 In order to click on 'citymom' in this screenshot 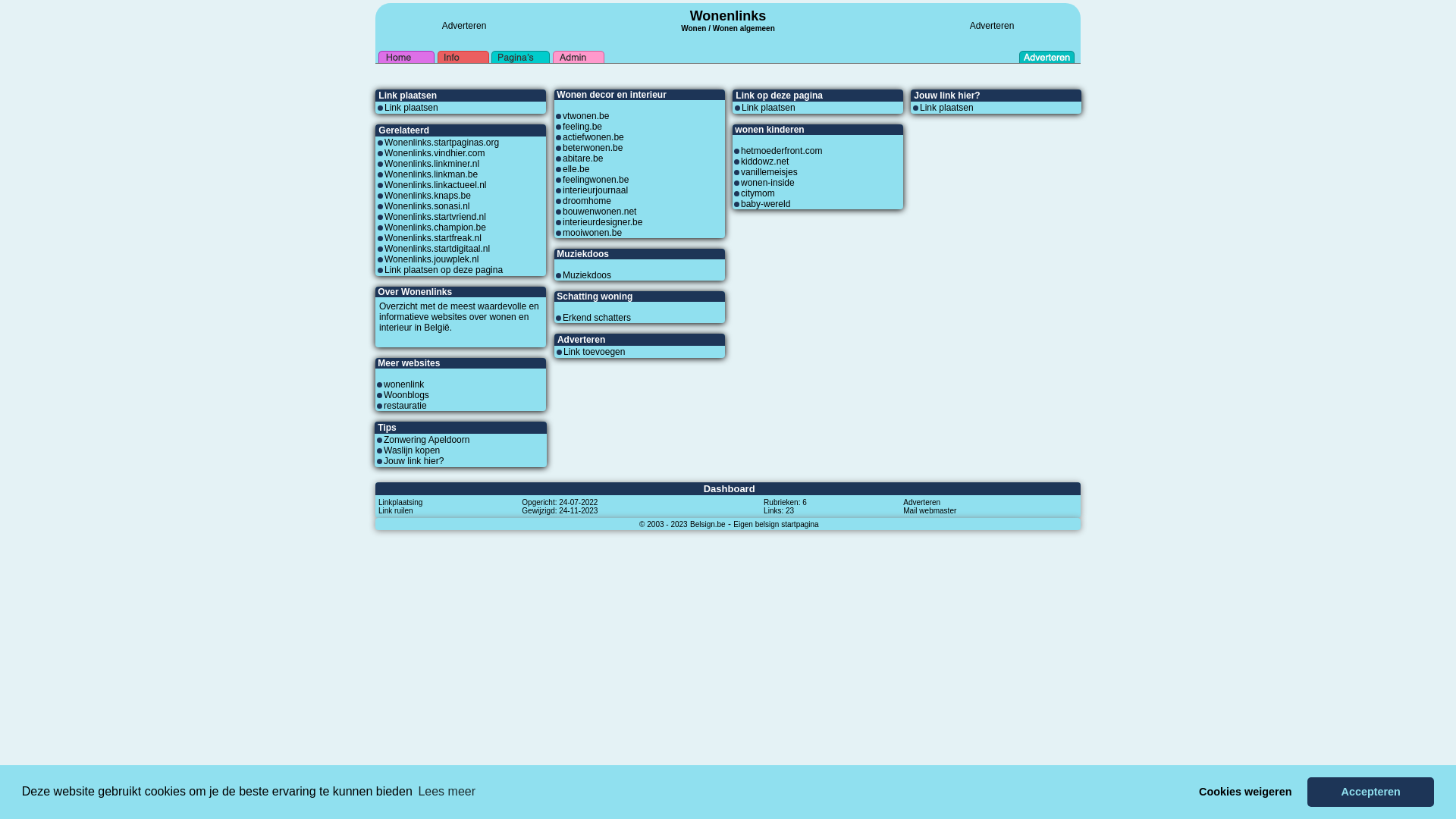, I will do `click(758, 192)`.